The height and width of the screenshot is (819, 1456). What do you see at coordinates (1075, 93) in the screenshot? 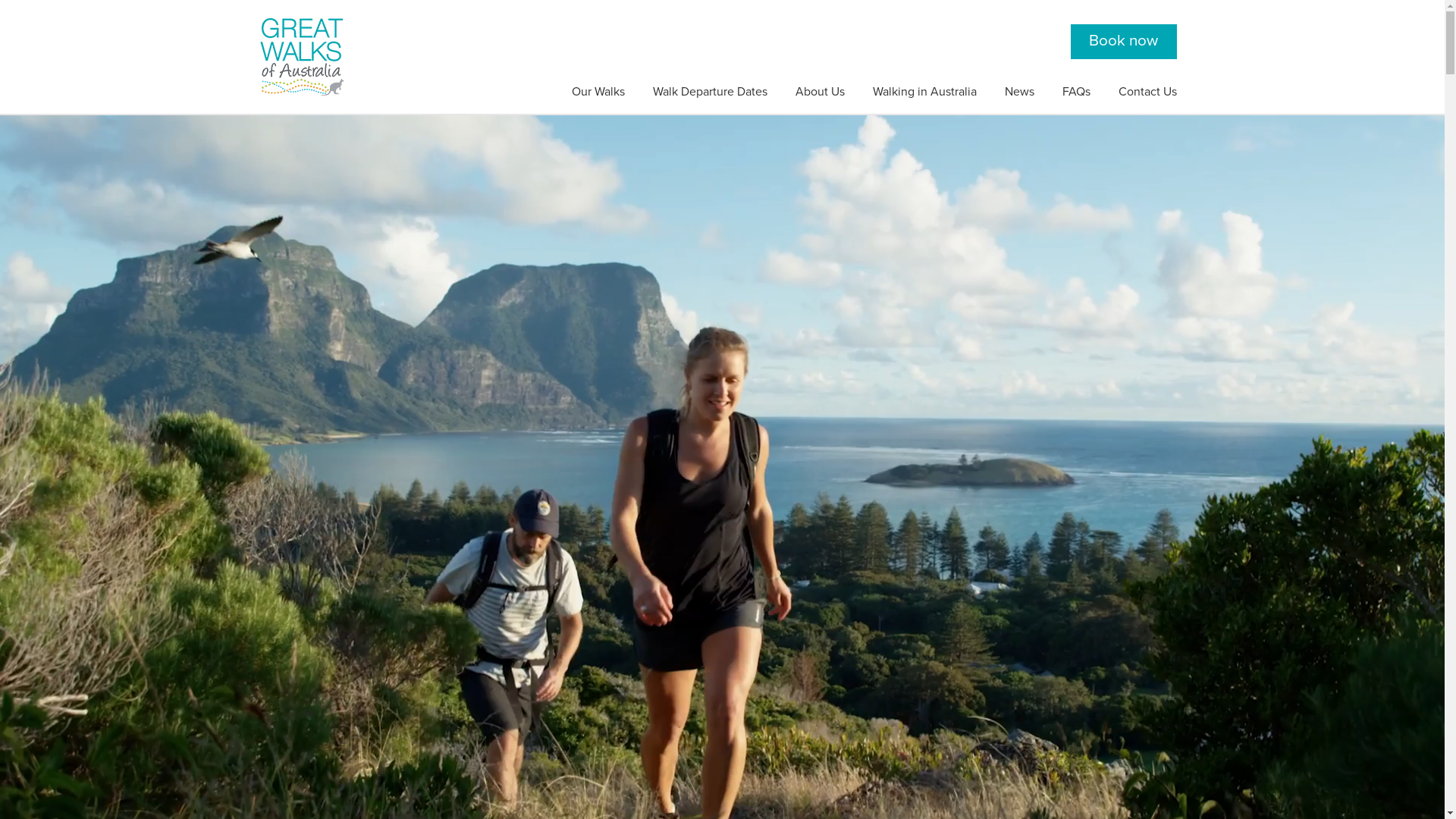
I see `'FAQs'` at bounding box center [1075, 93].